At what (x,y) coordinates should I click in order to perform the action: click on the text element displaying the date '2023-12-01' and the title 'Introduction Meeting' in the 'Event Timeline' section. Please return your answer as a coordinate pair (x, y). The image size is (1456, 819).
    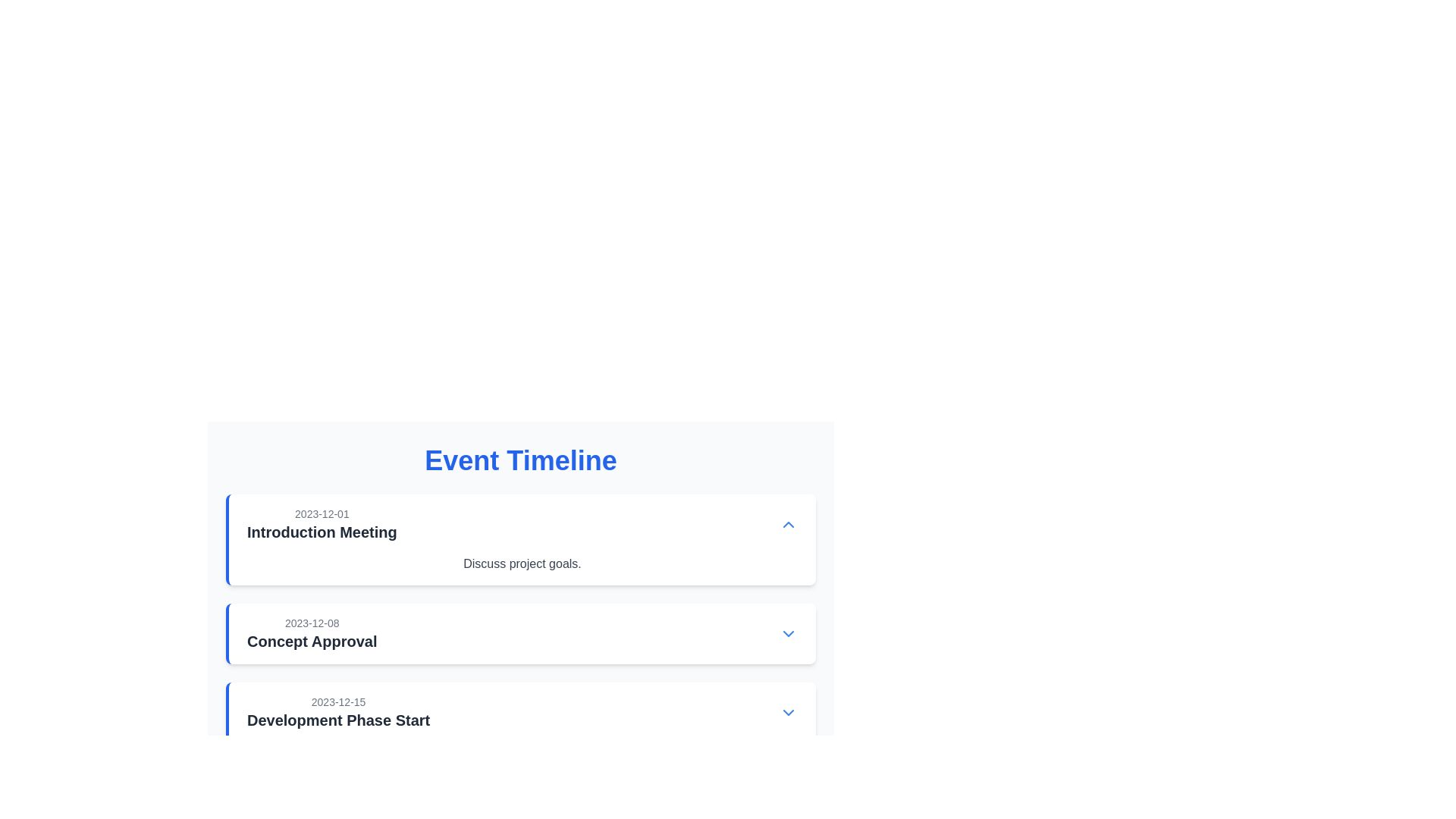
    Looking at the image, I should click on (321, 523).